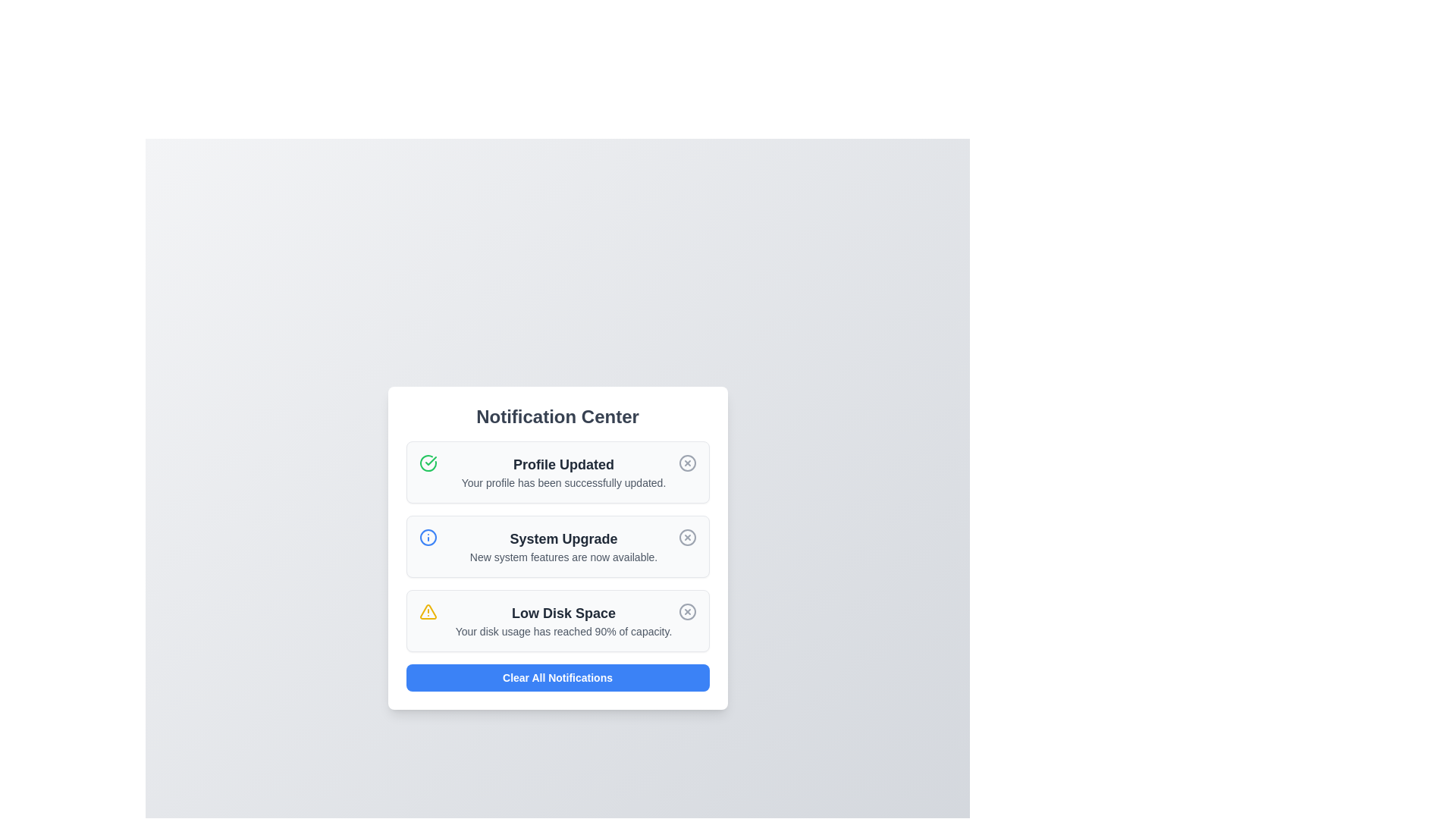 This screenshot has height=819, width=1456. What do you see at coordinates (686, 610) in the screenshot?
I see `the circular graphical element that serves as the background for the 'close' icon on the right side of the 'Low Disk Space' notification` at bounding box center [686, 610].